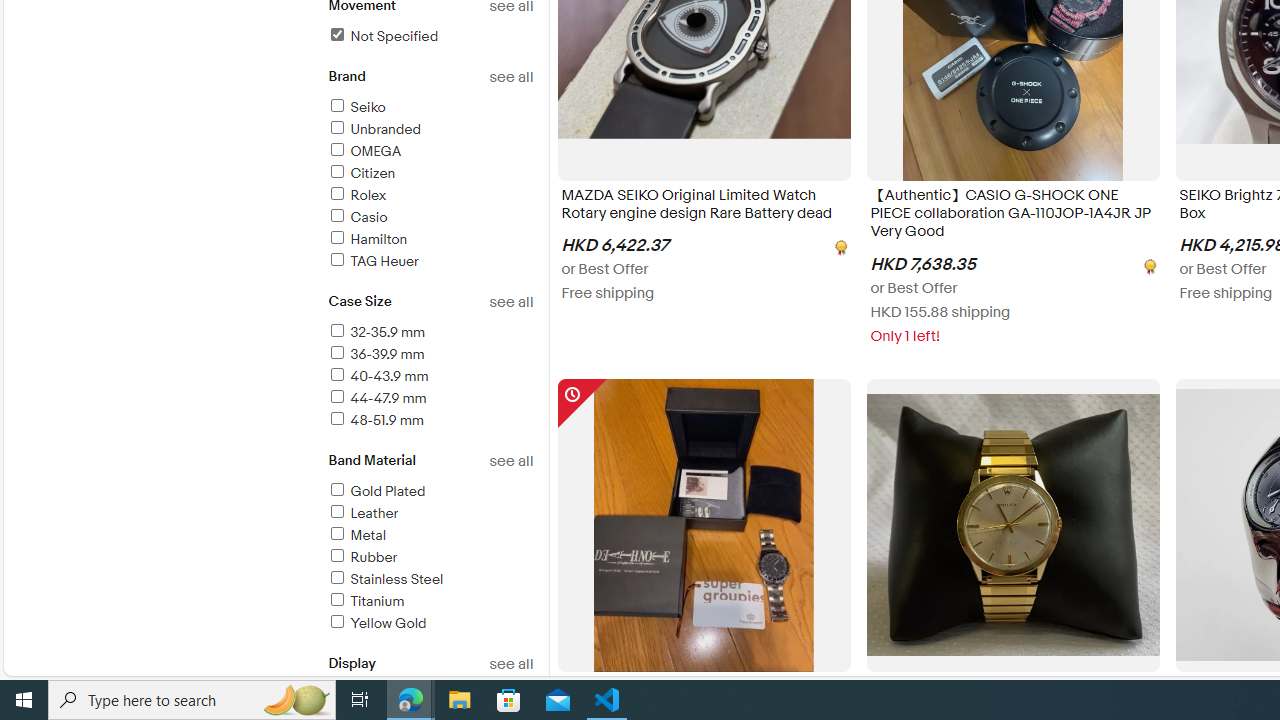 The image size is (1280, 720). Describe the element at coordinates (429, 513) in the screenshot. I see `'Leather'` at that location.